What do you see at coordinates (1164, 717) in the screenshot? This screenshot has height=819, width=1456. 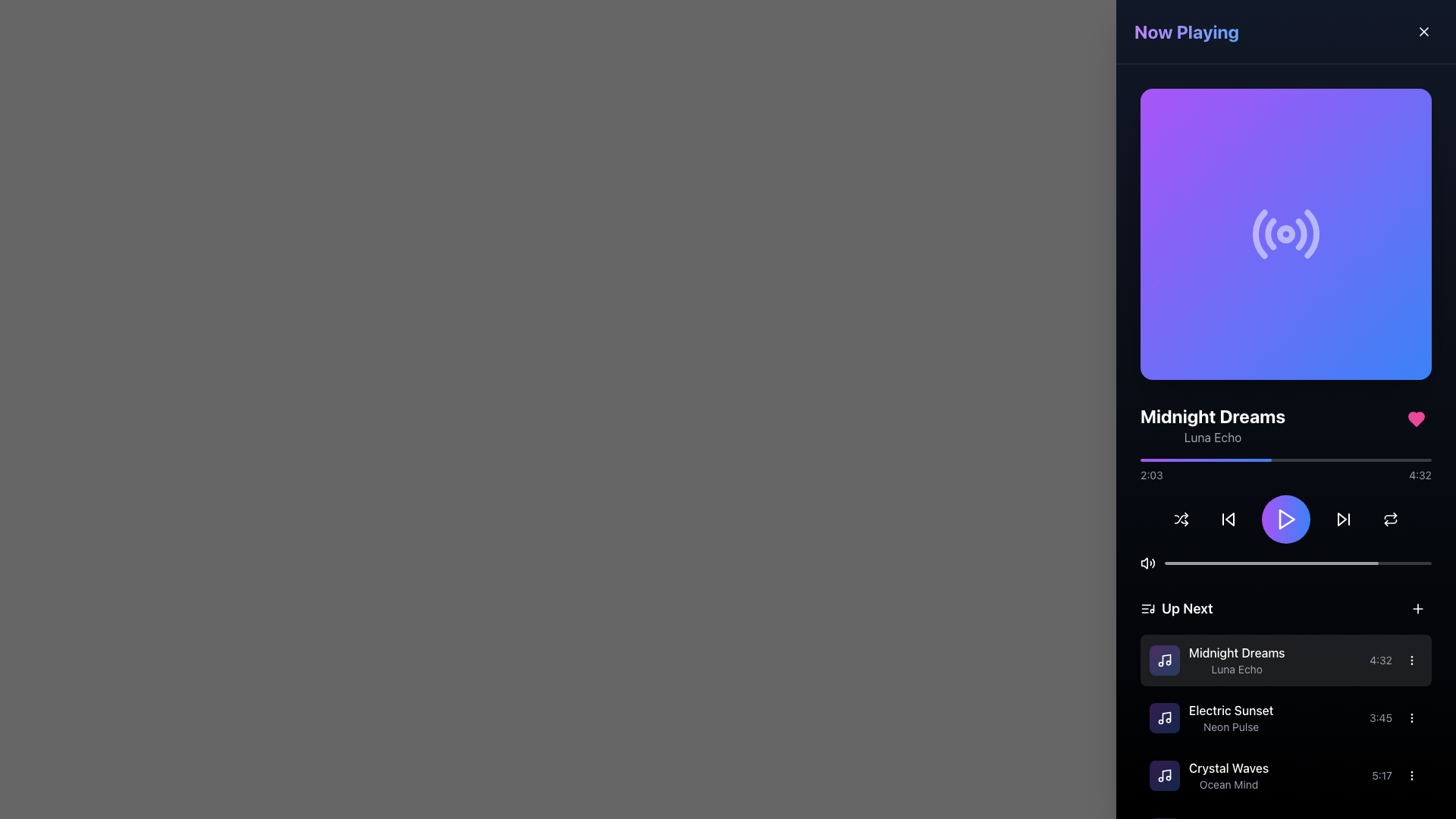 I see `the musical track icon located in the 'Up Next' section, positioned to the left of the text 'Midnight Dreams' and 'Luna Echo'` at bounding box center [1164, 717].